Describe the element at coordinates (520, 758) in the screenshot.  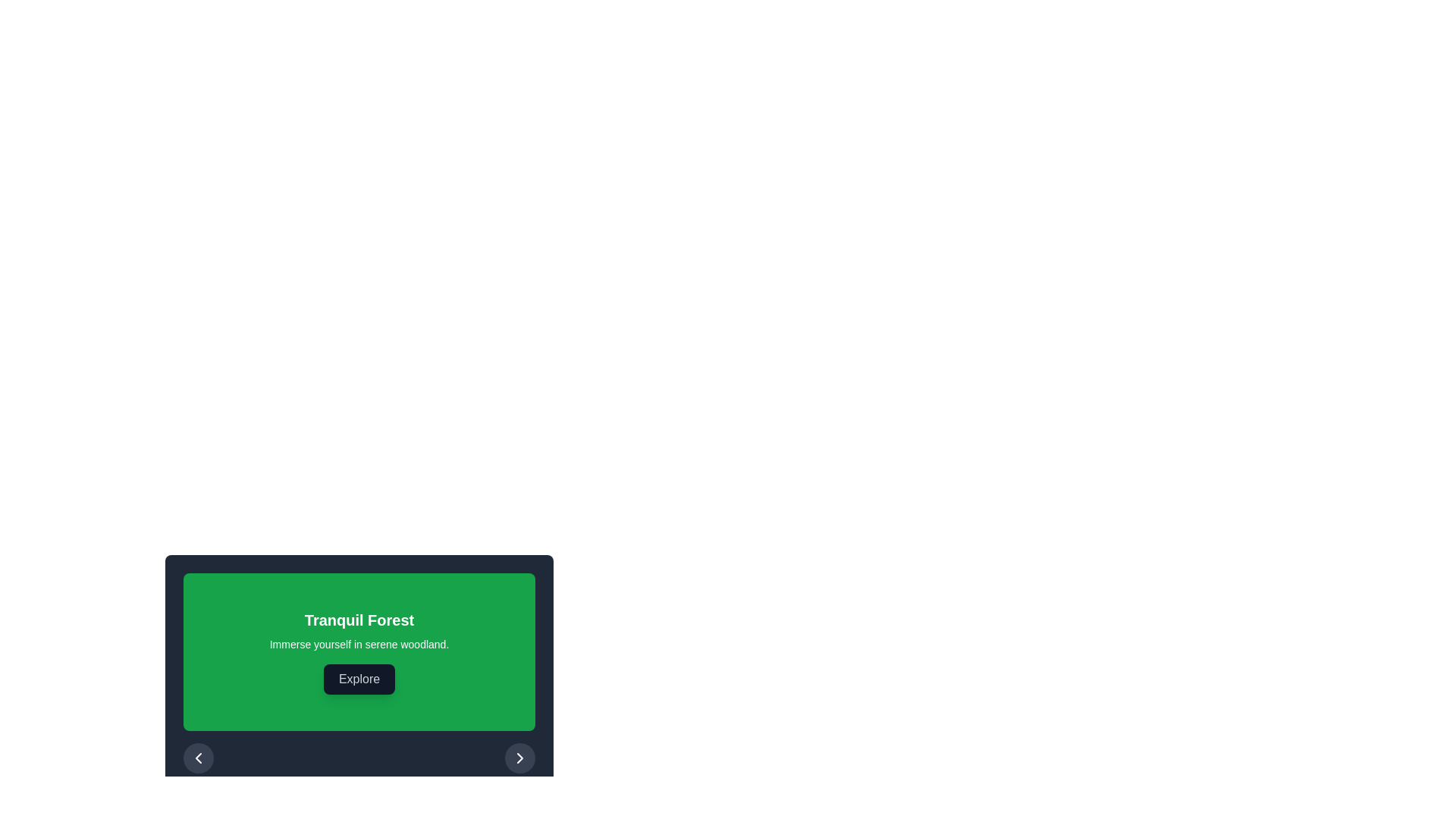
I see `the small circular button with a dark background and a white right-pointing chevron icon in its center` at that location.